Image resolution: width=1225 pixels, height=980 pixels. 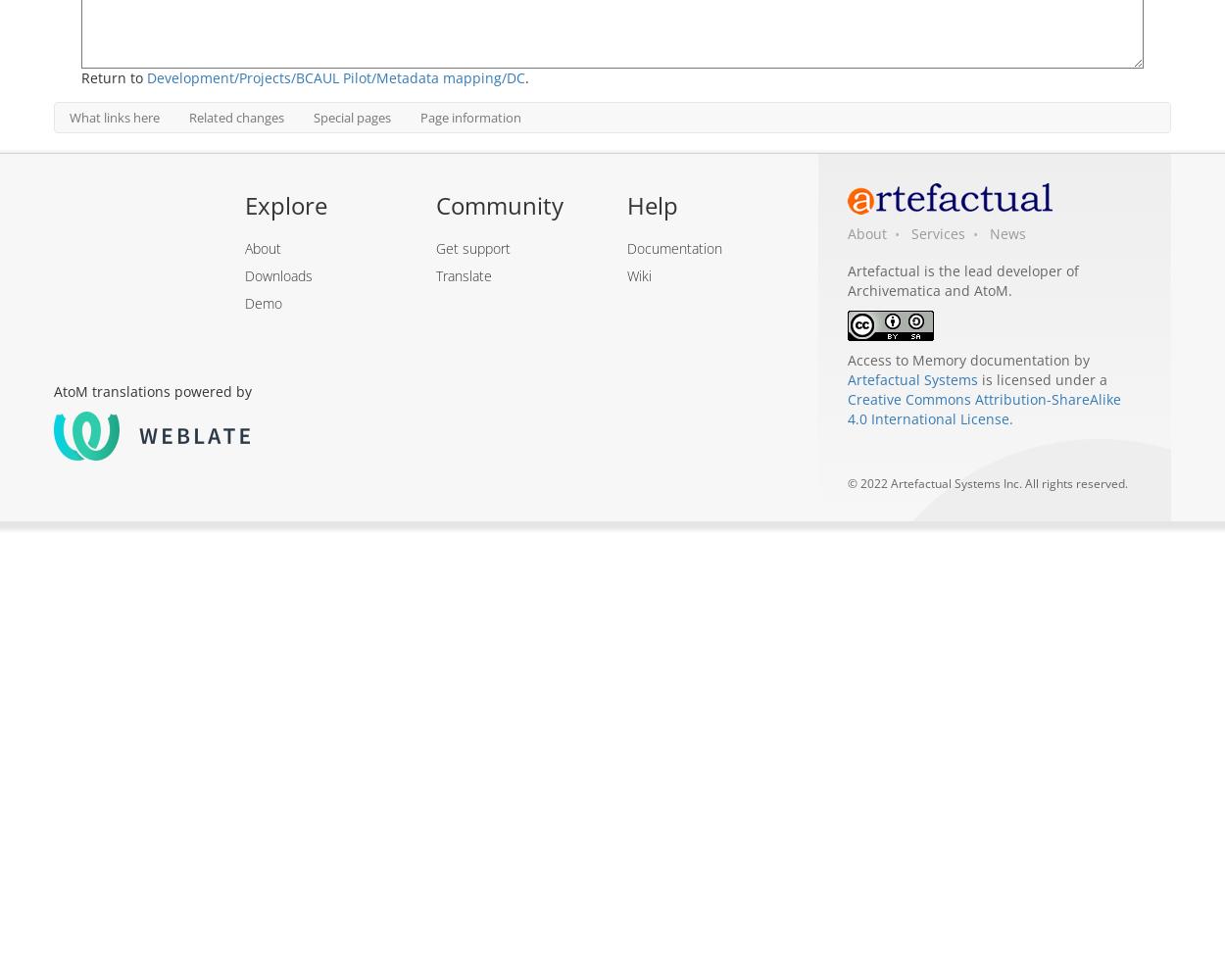 What do you see at coordinates (1079, 359) in the screenshot?
I see `'by'` at bounding box center [1079, 359].